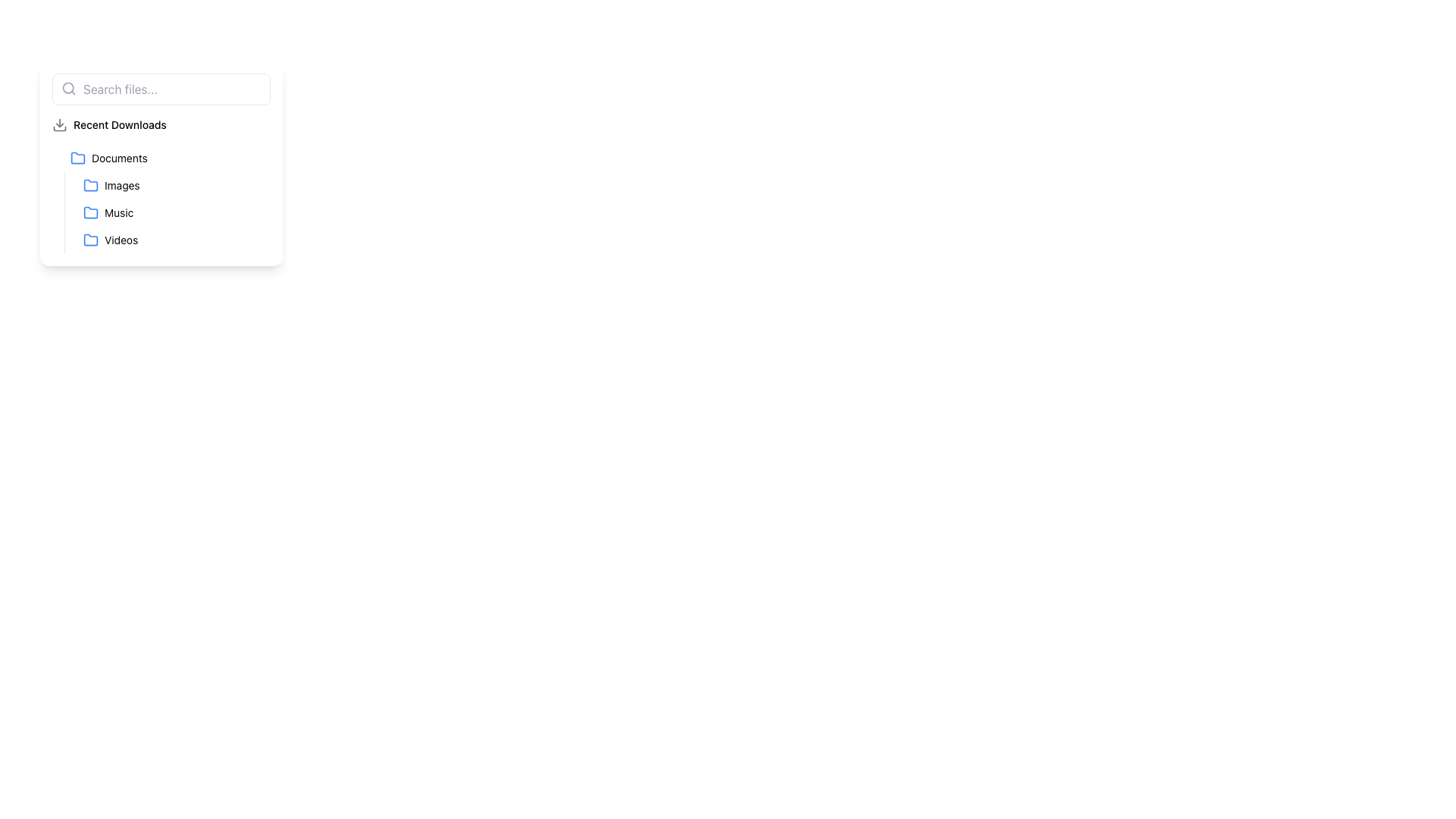 Image resolution: width=1456 pixels, height=819 pixels. Describe the element at coordinates (167, 213) in the screenshot. I see `the 'Images' folder option in the vertical navigation menu, which is part of the sidebar labeled 'Recent Downloads'` at that location.